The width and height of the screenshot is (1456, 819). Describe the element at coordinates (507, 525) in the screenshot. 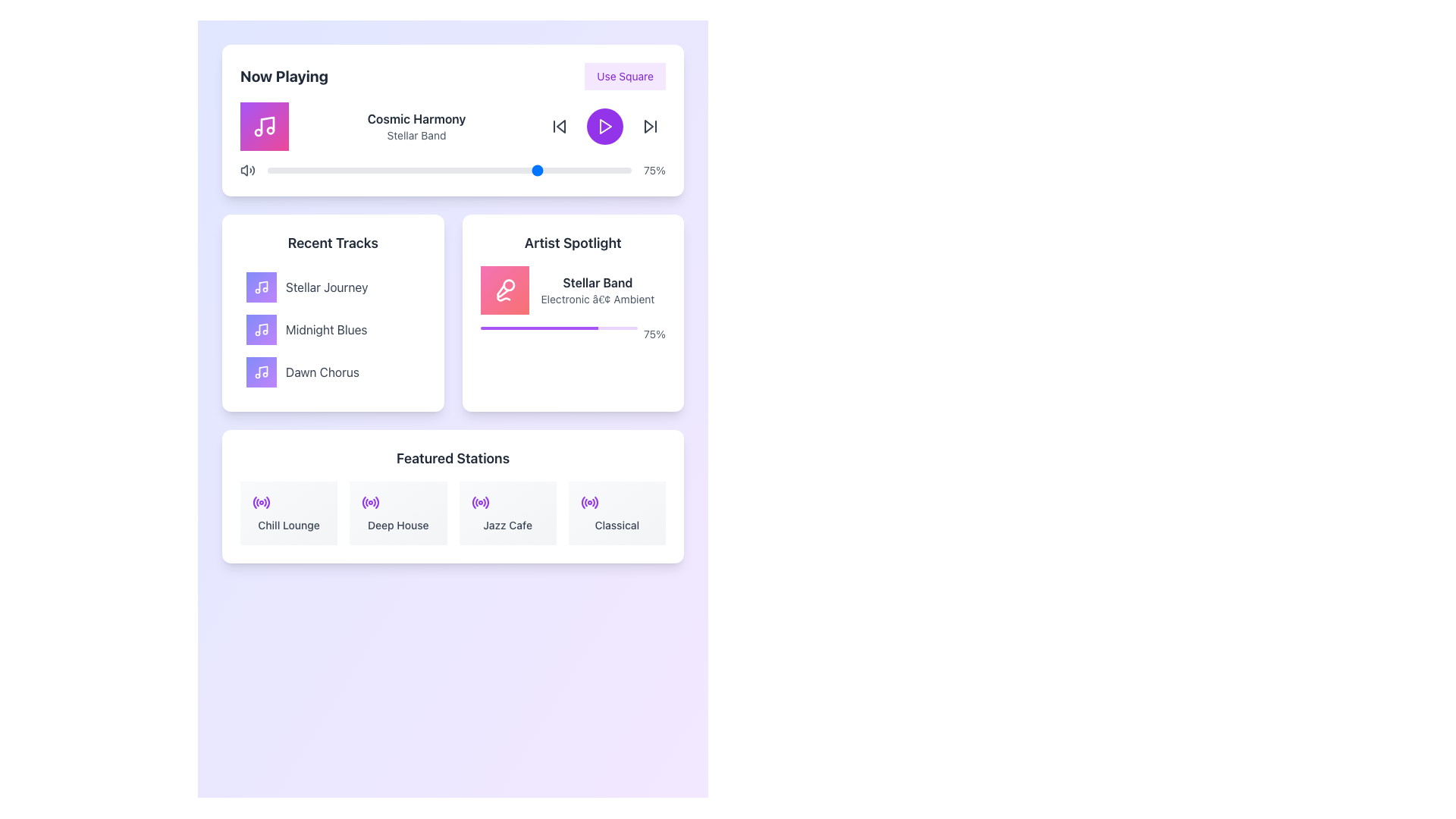

I see `the 'Jazz Cafe' label in the 'Featured Stations' section, which is the third block in a row of four` at that location.